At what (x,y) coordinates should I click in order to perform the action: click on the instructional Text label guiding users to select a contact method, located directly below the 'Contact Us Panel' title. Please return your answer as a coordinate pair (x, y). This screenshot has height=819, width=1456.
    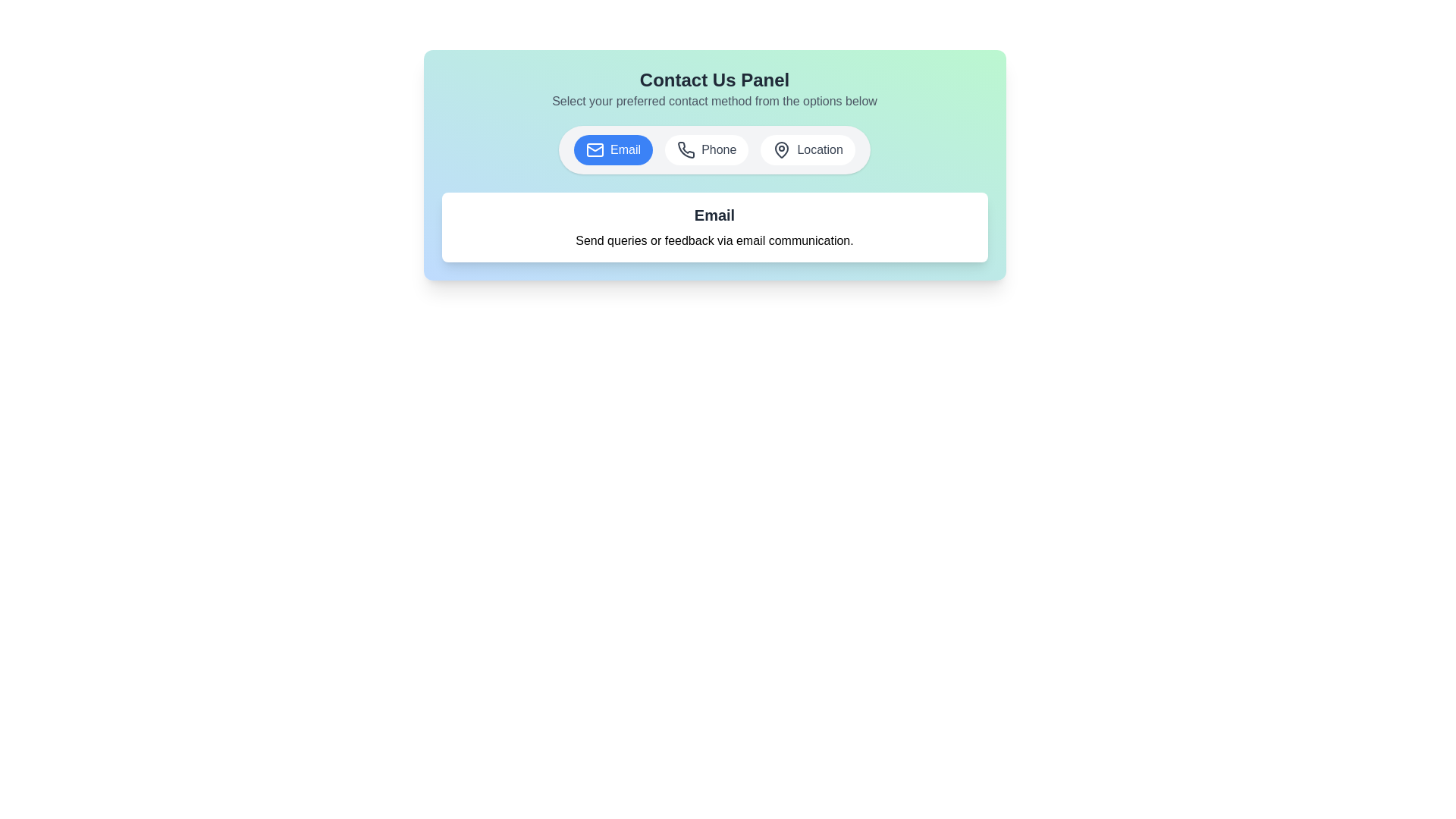
    Looking at the image, I should click on (714, 102).